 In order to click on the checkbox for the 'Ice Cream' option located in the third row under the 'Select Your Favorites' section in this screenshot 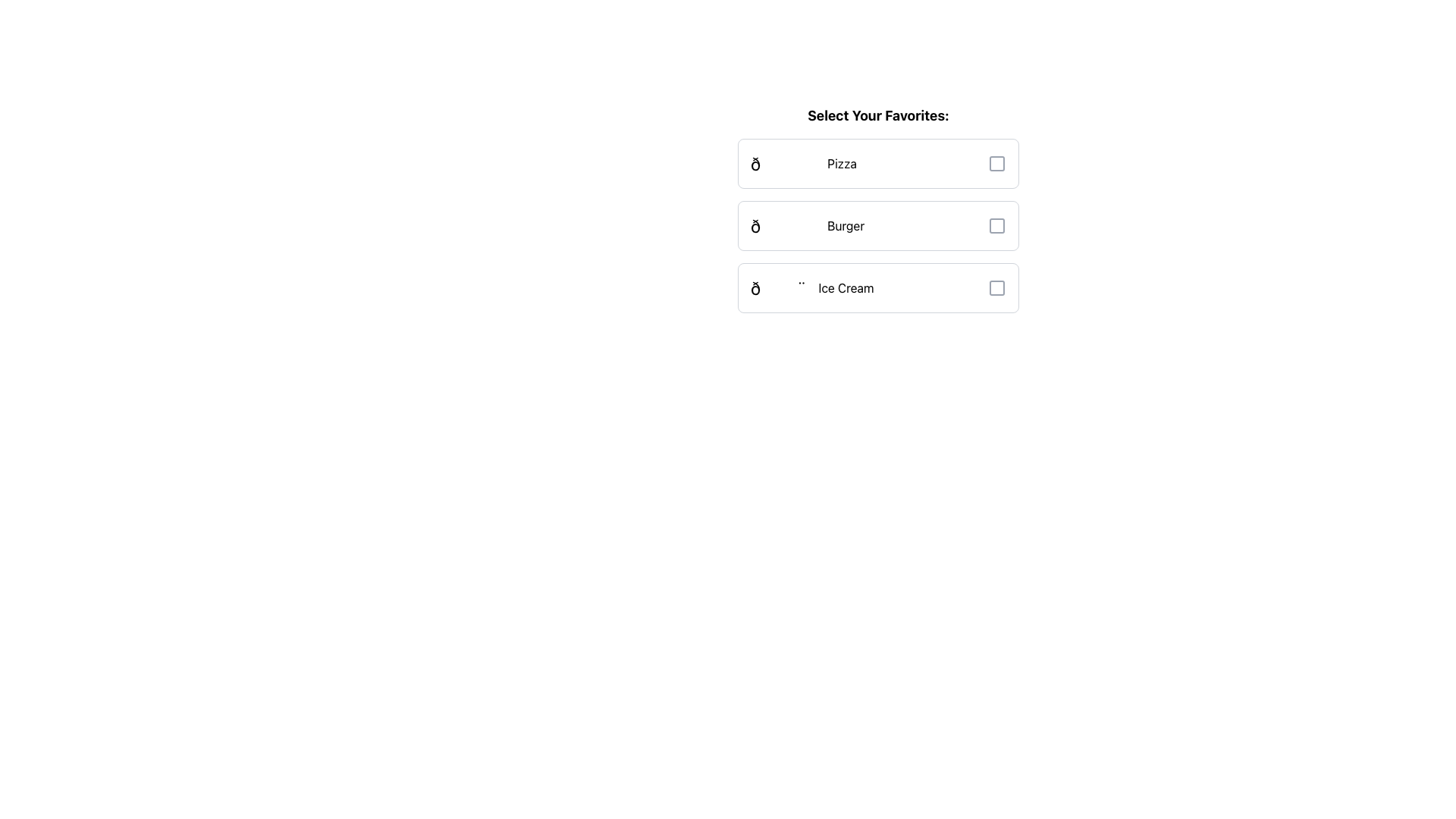, I will do `click(997, 288)`.